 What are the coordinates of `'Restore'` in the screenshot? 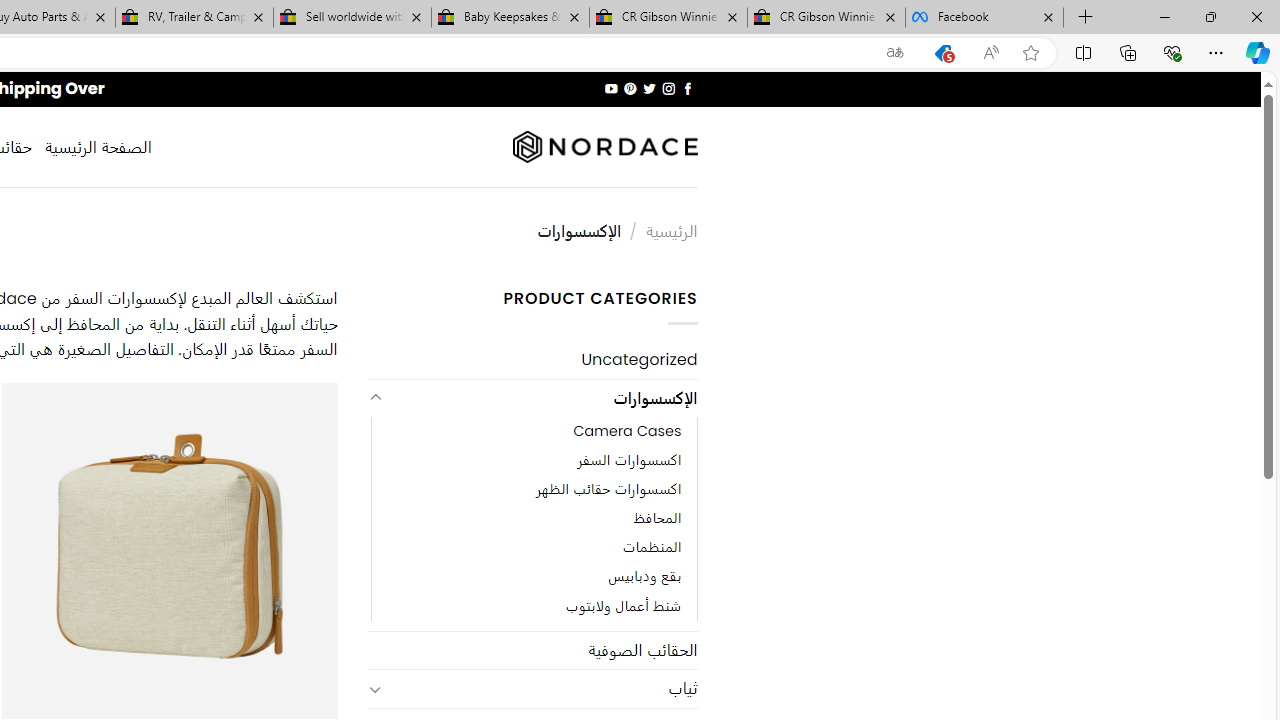 It's located at (1209, 16).